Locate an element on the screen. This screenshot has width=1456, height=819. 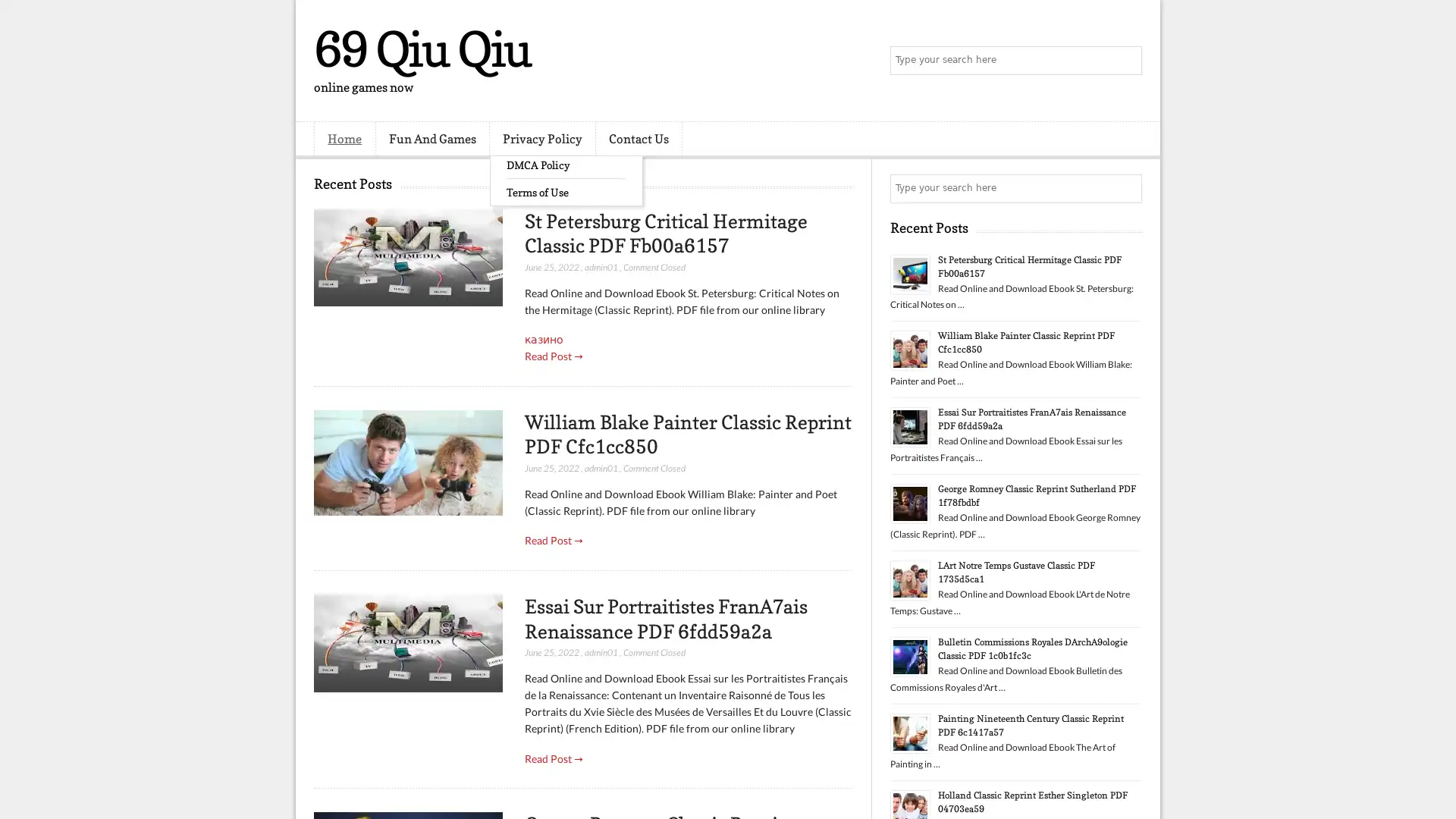
Search is located at coordinates (1126, 188).